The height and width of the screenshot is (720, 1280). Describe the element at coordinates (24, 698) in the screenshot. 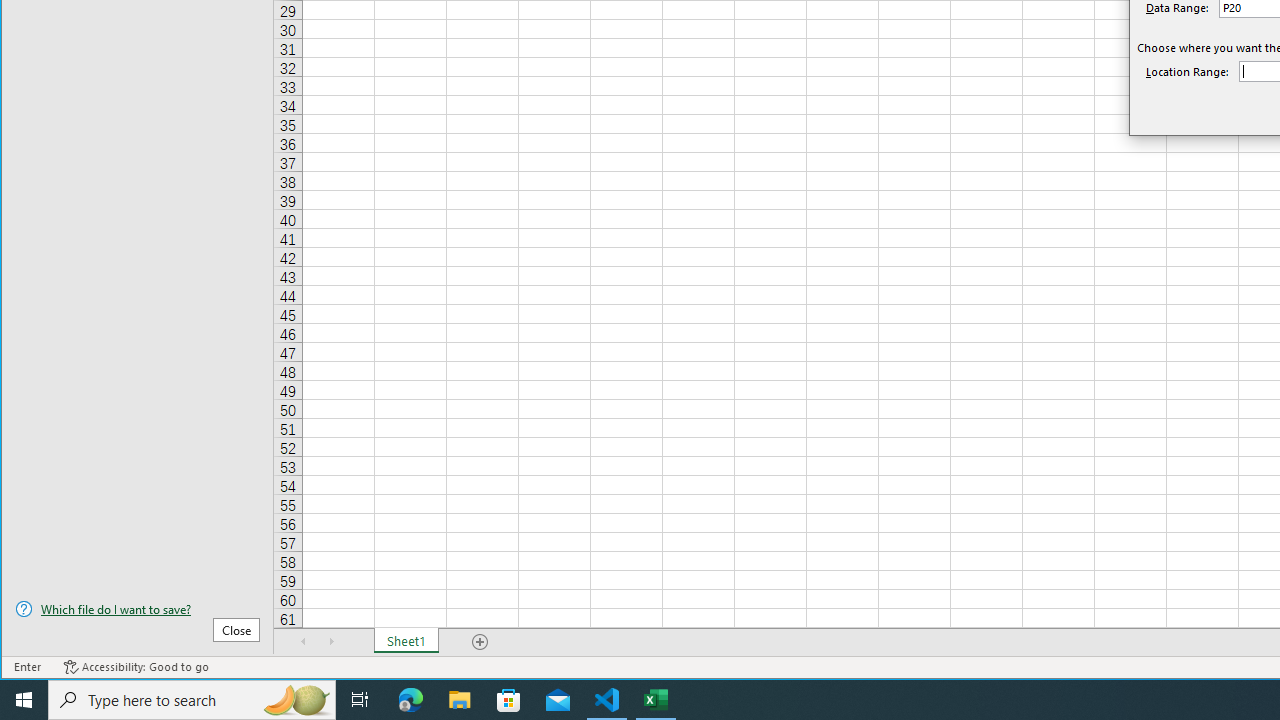

I see `'Start'` at that location.